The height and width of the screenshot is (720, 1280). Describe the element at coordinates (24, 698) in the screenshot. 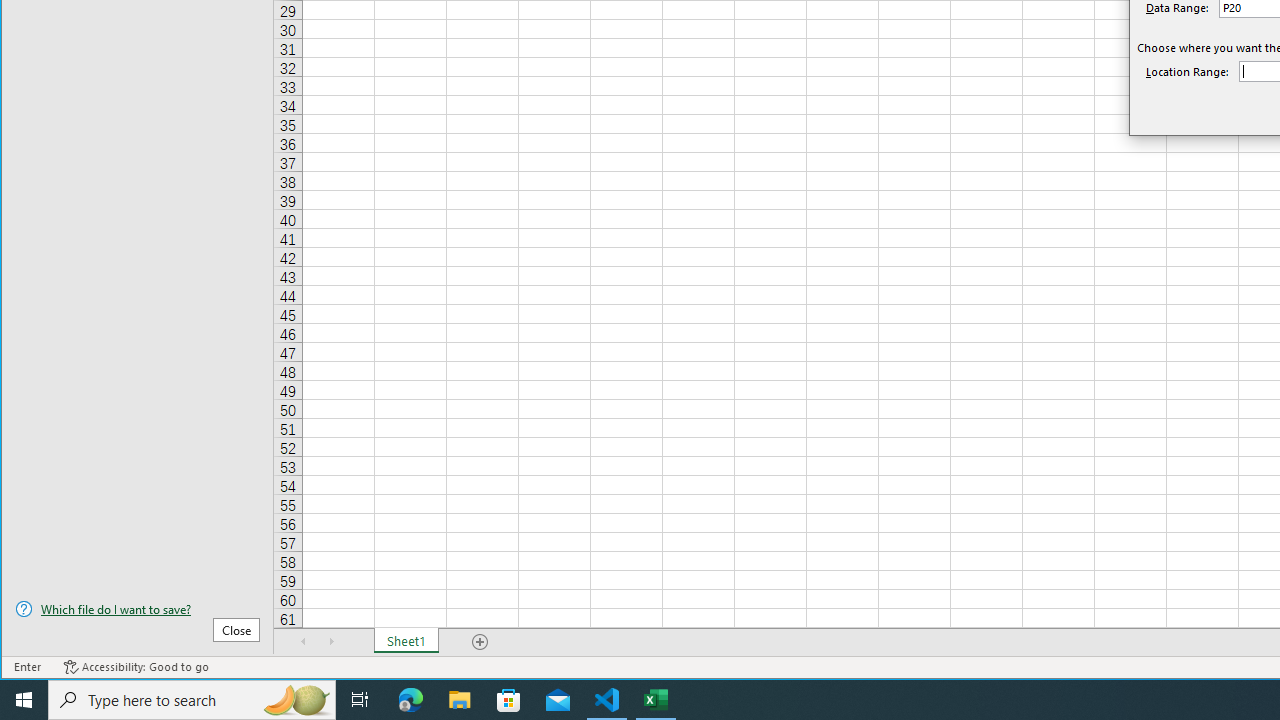

I see `'Start'` at that location.